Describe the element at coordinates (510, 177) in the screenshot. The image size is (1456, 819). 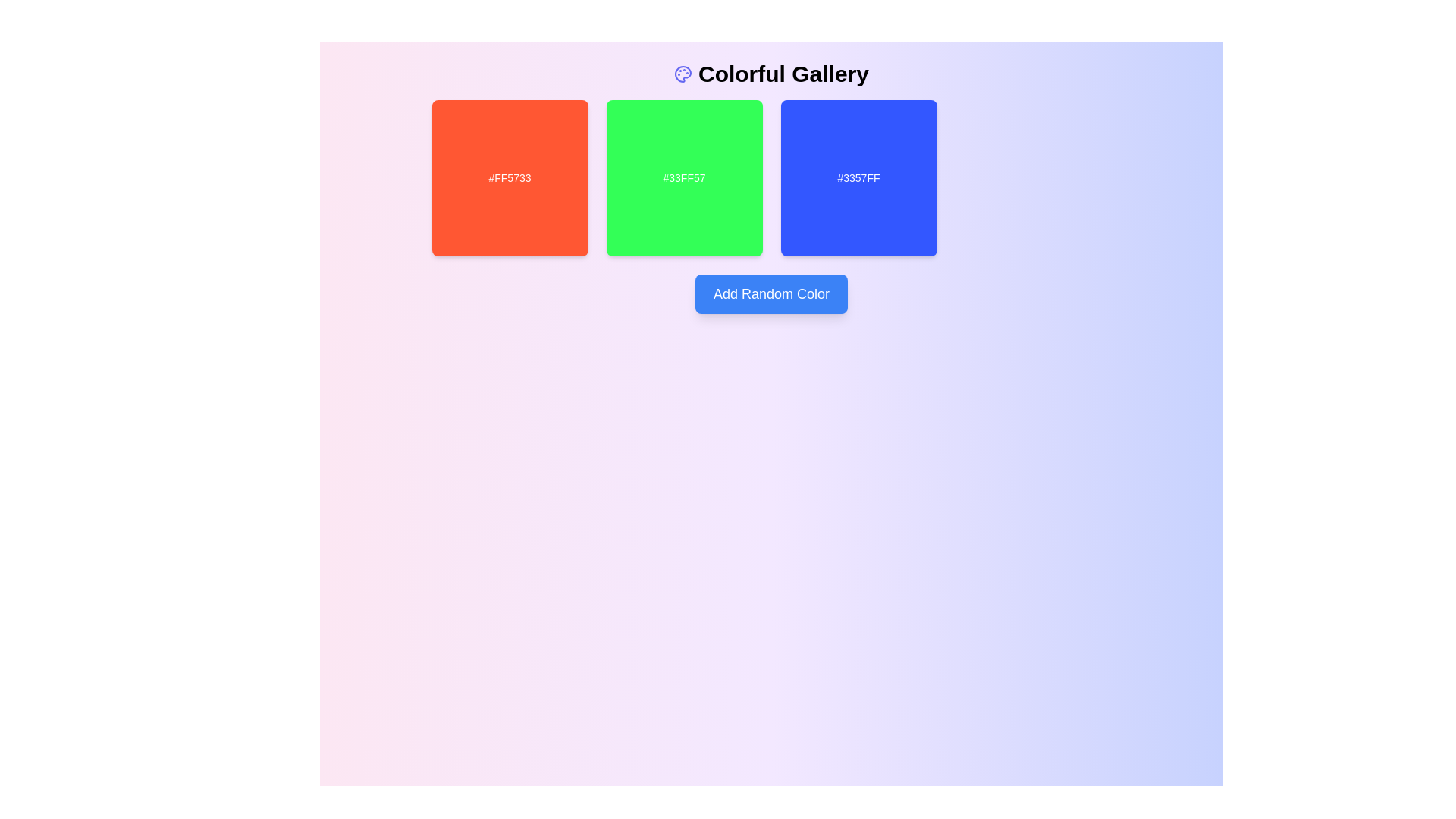
I see `the first color swatch representing the color #FF5733, located at the top left of the grid` at that location.